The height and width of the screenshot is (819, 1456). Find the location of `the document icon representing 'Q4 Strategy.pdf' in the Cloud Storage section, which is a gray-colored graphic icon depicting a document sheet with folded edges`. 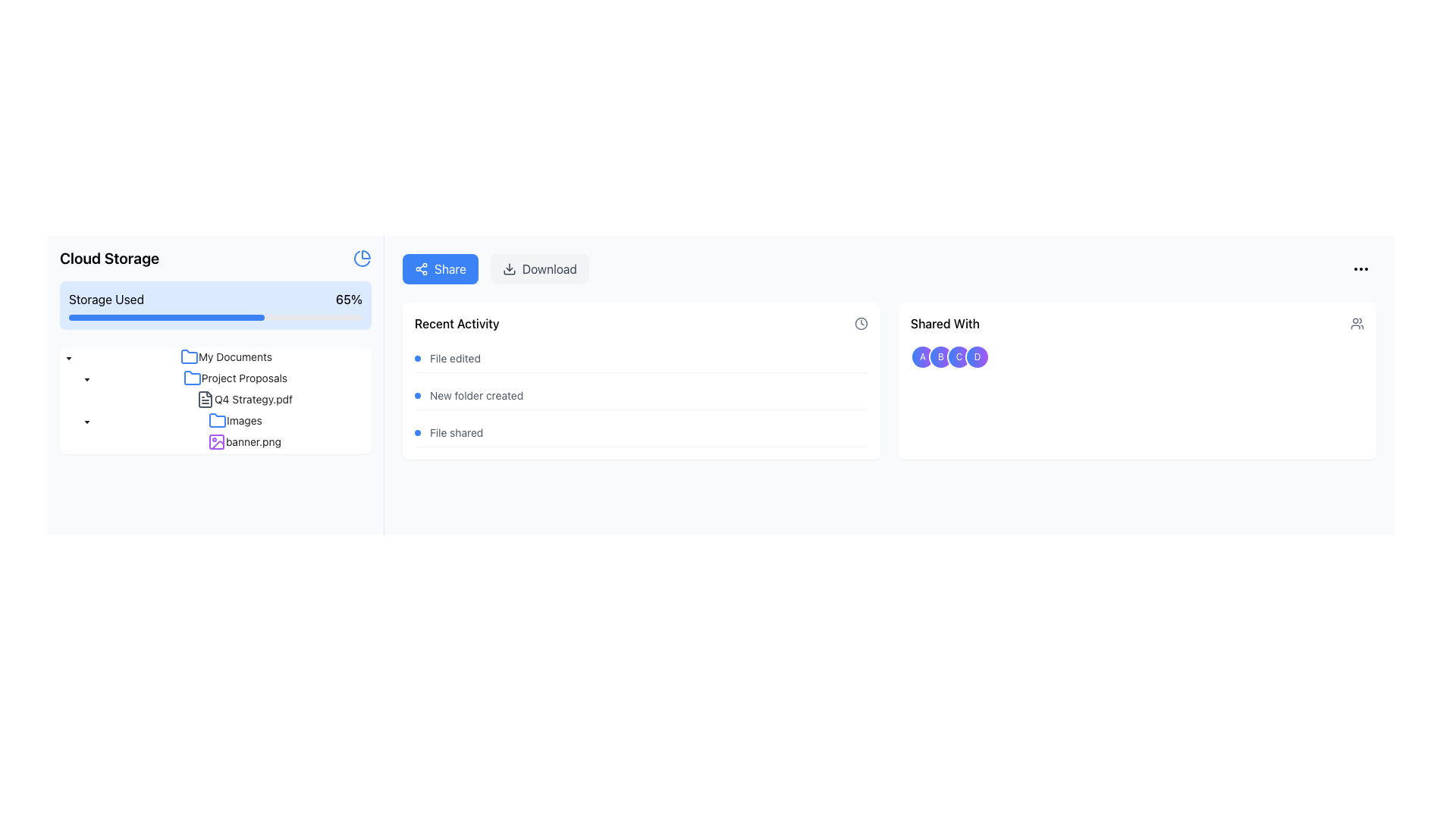

the document icon representing 'Q4 Strategy.pdf' in the Cloud Storage section, which is a gray-colored graphic icon depicting a document sheet with folded edges is located at coordinates (204, 399).